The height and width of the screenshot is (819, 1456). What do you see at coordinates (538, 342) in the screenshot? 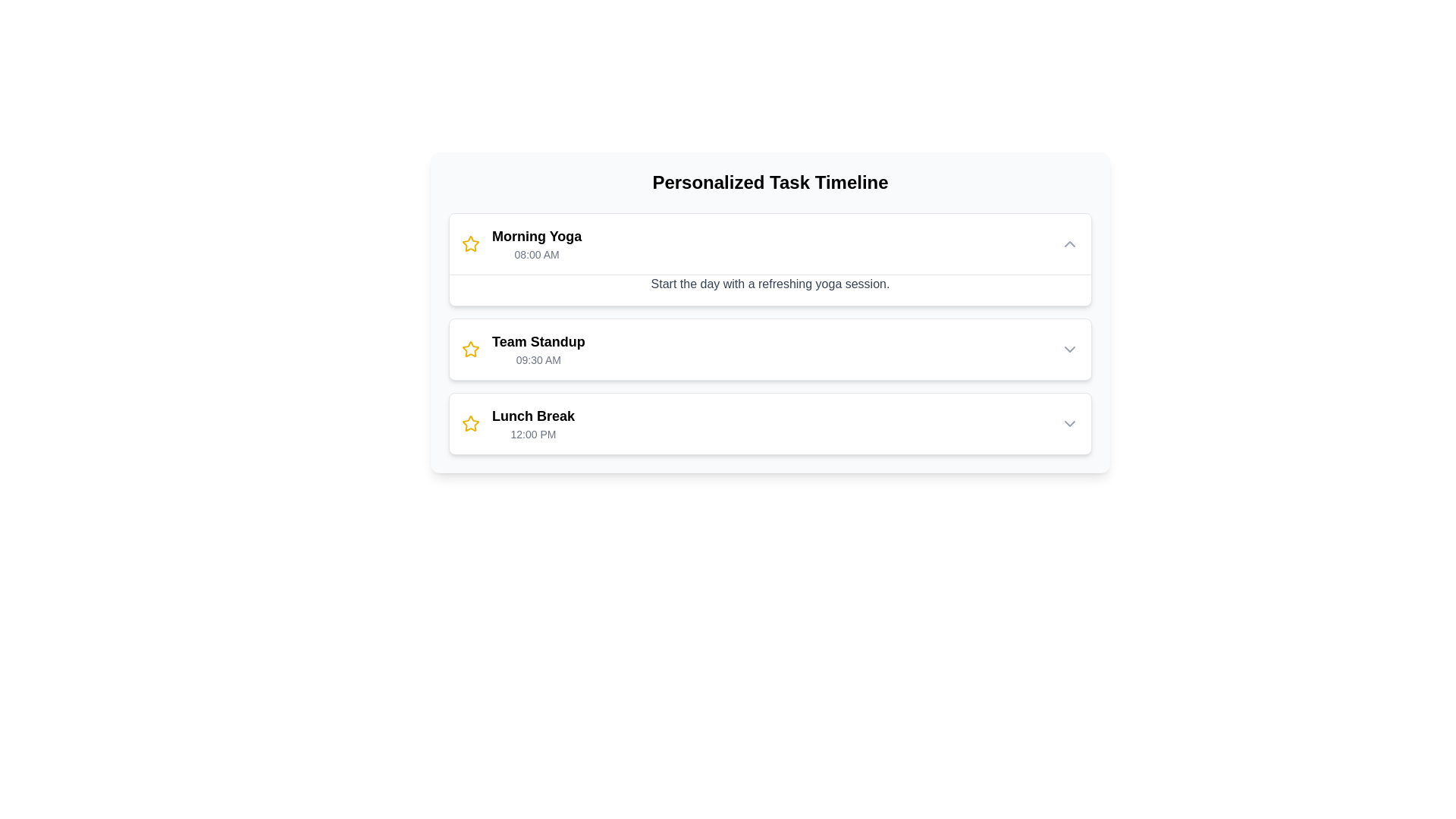
I see `the stylized text 'Team Standup' which is the second item in the task timeline interface, located between 'Morning Yoga' and 'Lunch Break'` at bounding box center [538, 342].